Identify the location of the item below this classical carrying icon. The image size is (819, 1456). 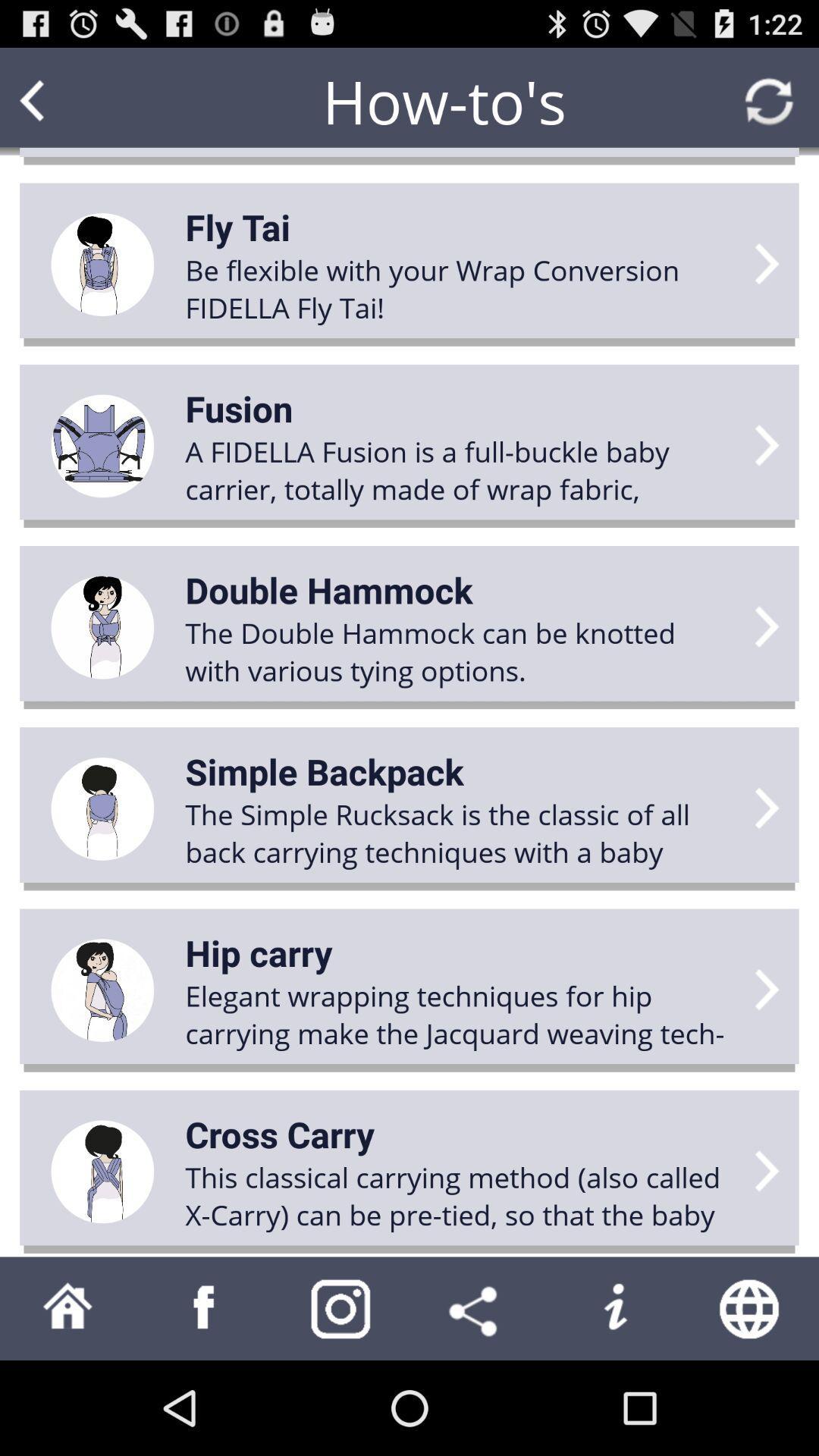
(751, 1307).